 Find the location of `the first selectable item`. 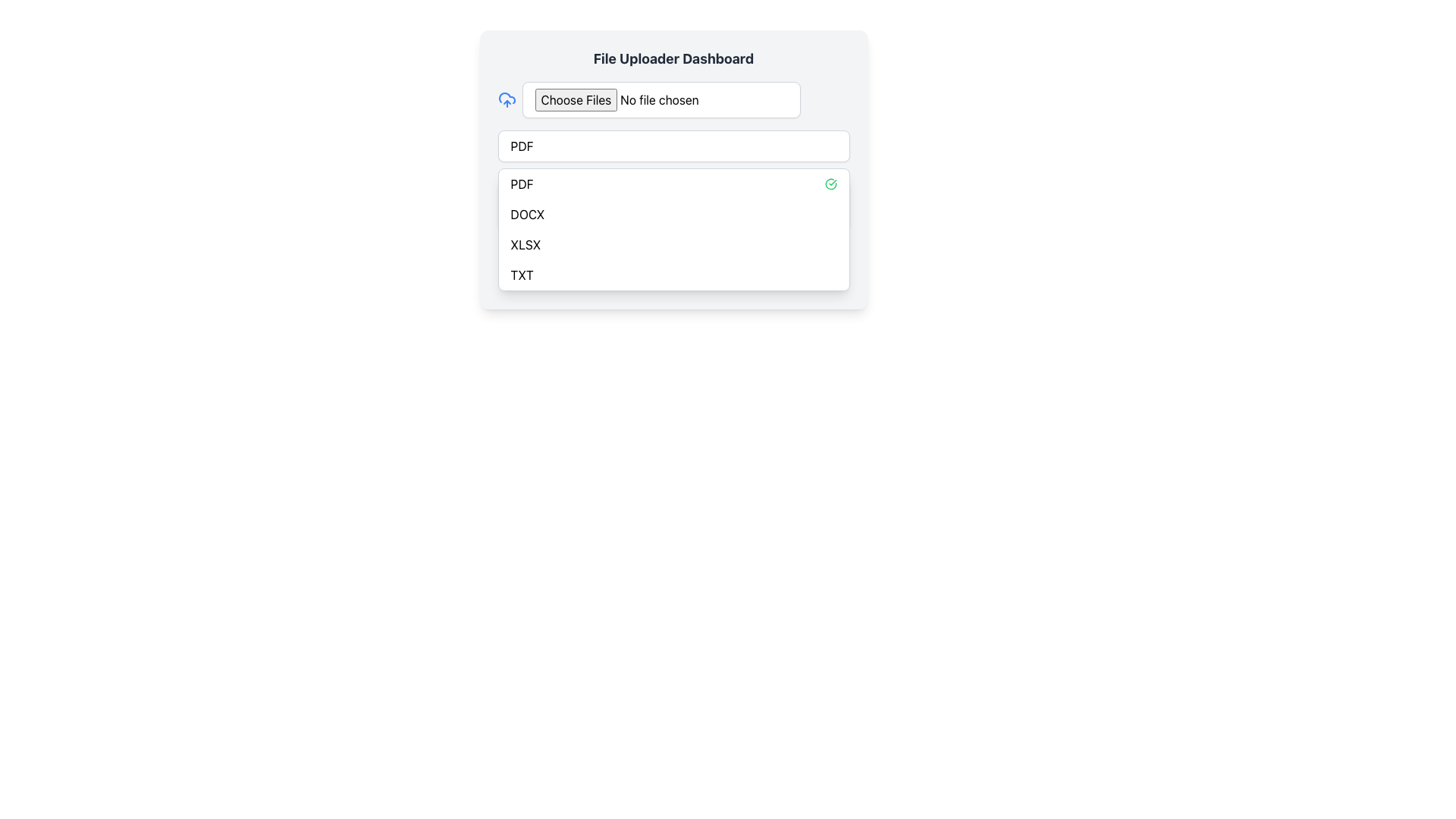

the first selectable item is located at coordinates (521, 146).